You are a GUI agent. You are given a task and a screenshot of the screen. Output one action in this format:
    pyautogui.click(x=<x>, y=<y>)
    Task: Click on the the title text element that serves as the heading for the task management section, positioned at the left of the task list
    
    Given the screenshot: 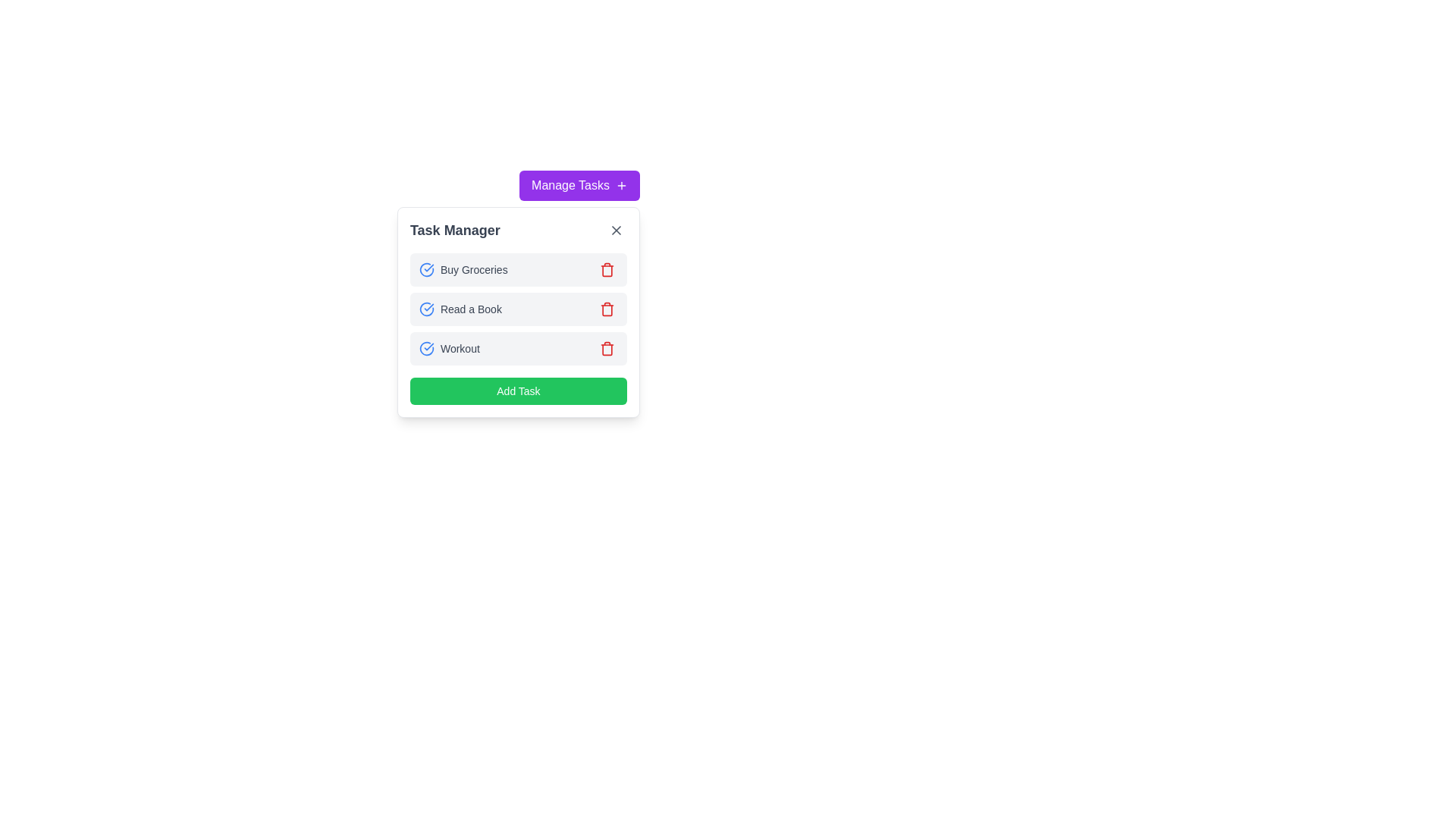 What is the action you would take?
    pyautogui.click(x=454, y=231)
    